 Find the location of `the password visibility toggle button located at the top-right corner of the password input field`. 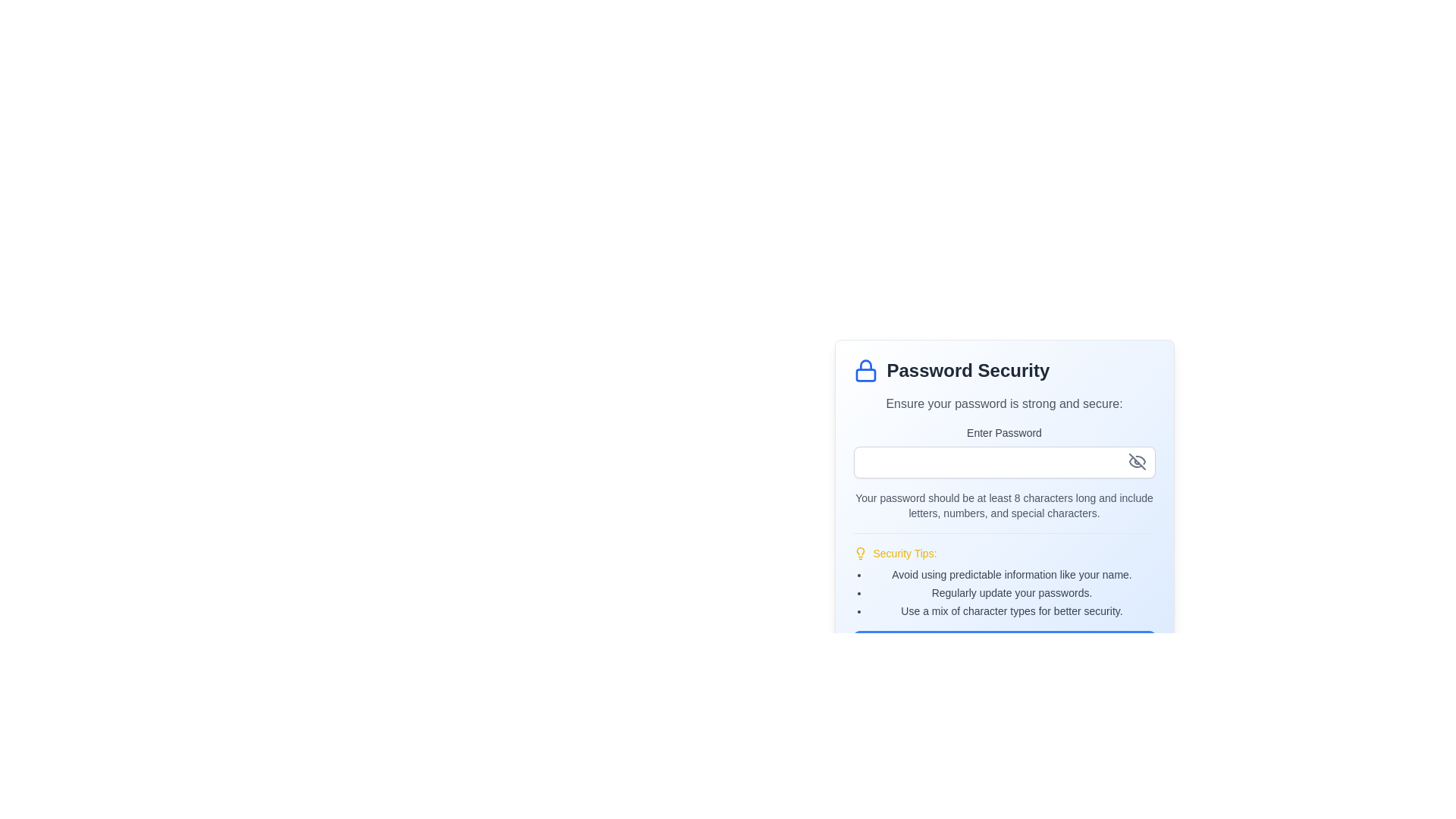

the password visibility toggle button located at the top-right corner of the password input field is located at coordinates (1137, 461).